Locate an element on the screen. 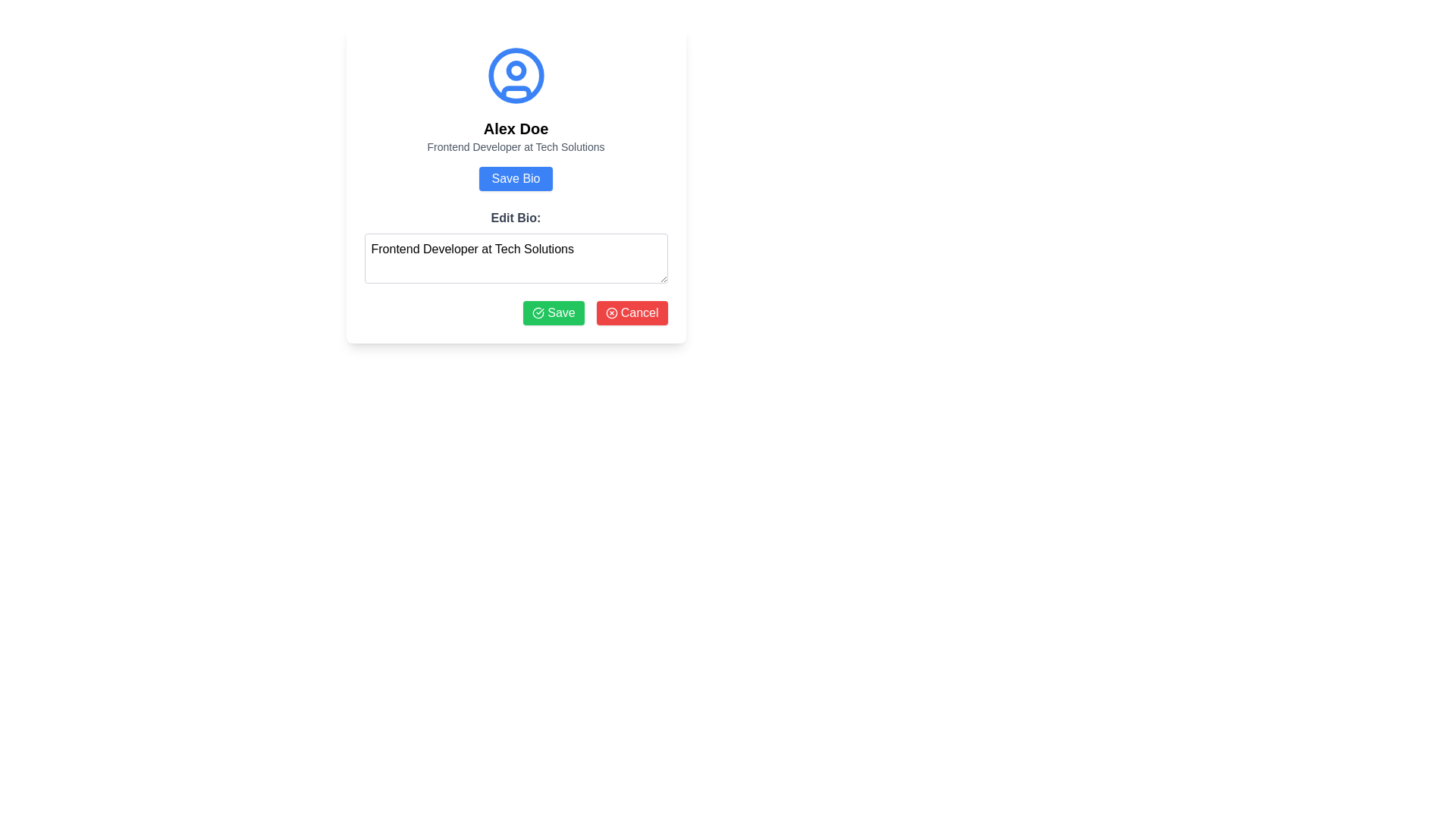 The image size is (1456, 819). on the text input field for editing the bio or job title, located below the 'Edit Bio:' text is located at coordinates (516, 257).